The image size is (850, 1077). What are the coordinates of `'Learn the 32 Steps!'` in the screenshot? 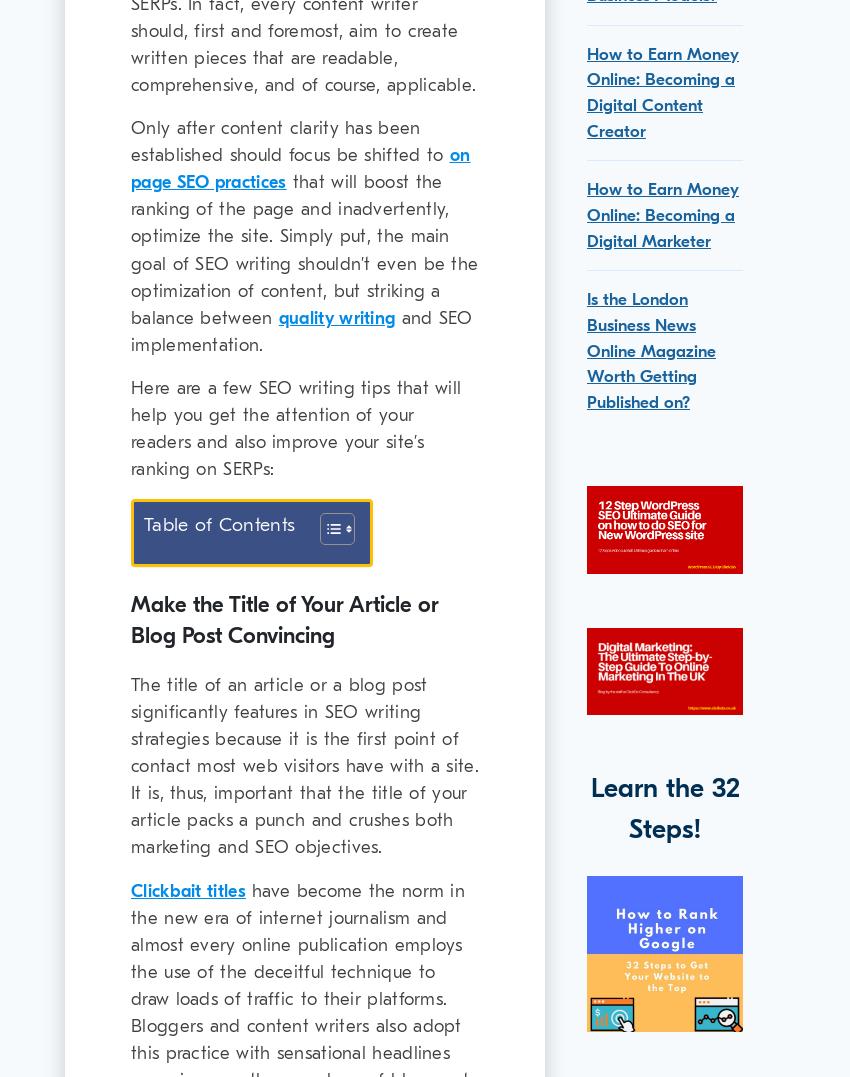 It's located at (664, 809).